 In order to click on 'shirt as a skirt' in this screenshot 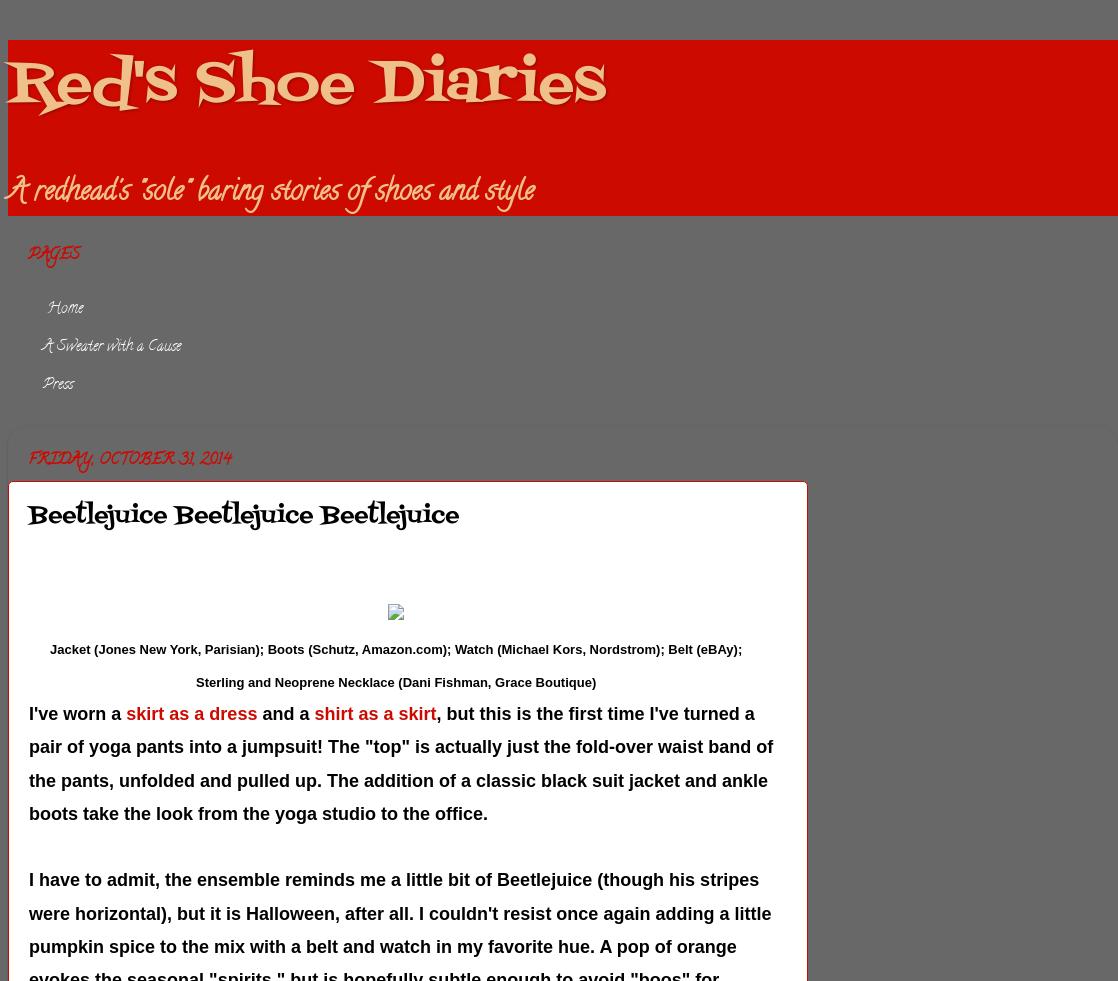, I will do `click(313, 713)`.